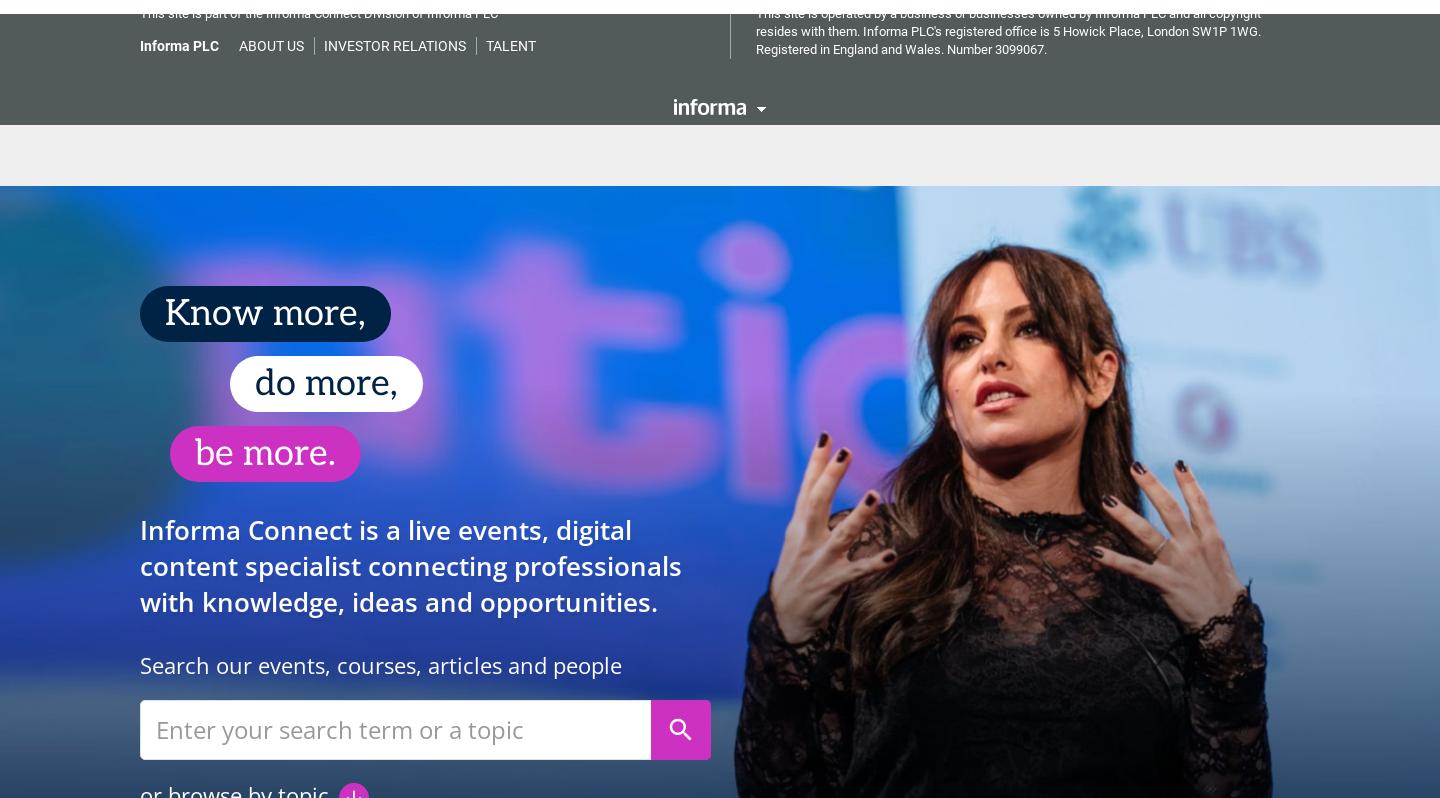 This screenshot has width=1440, height=798. What do you see at coordinates (680, 715) in the screenshot?
I see `'search'` at bounding box center [680, 715].